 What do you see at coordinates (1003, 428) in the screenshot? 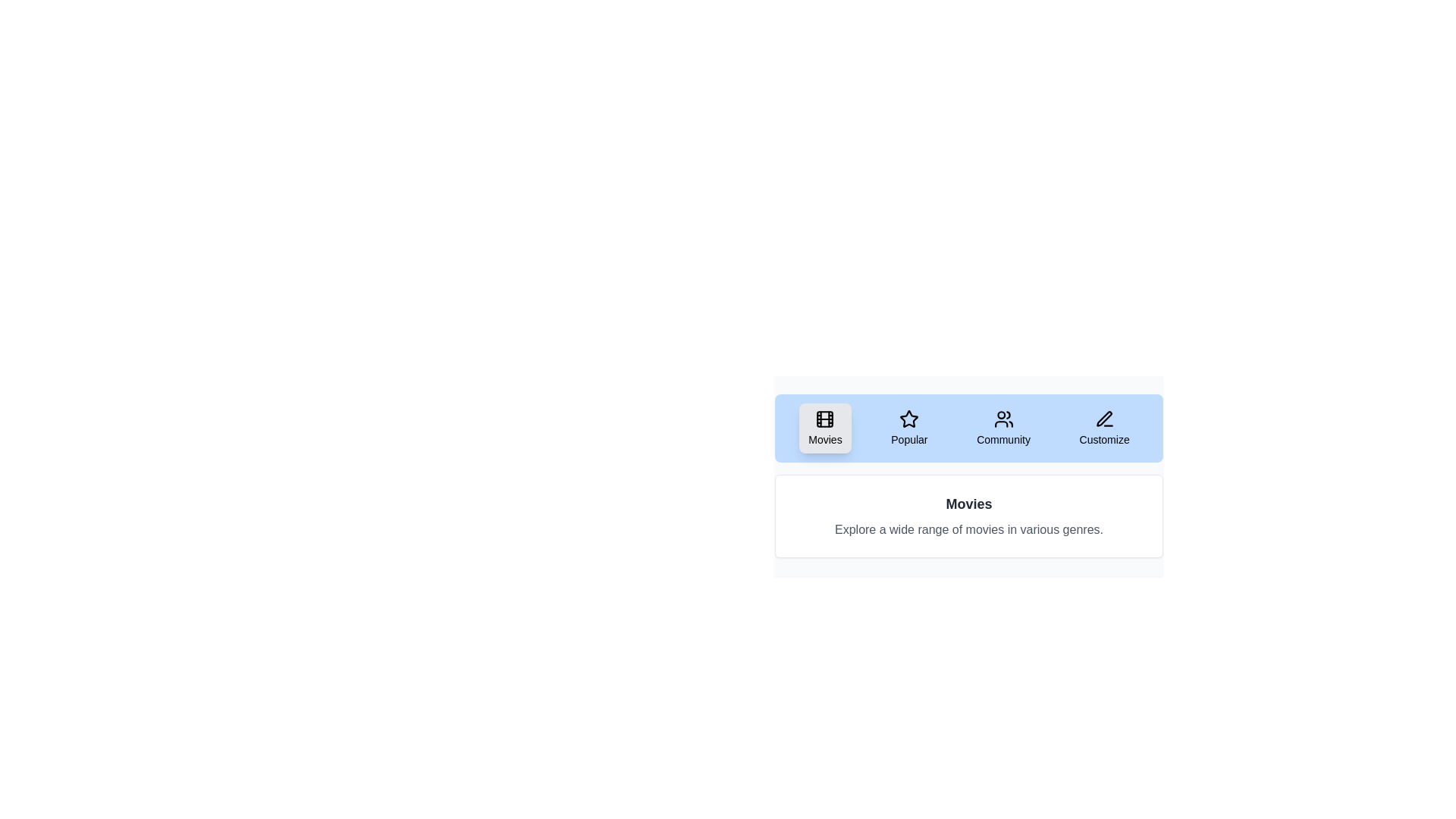
I see `the tab labeled Community to switch the displayed content` at bounding box center [1003, 428].